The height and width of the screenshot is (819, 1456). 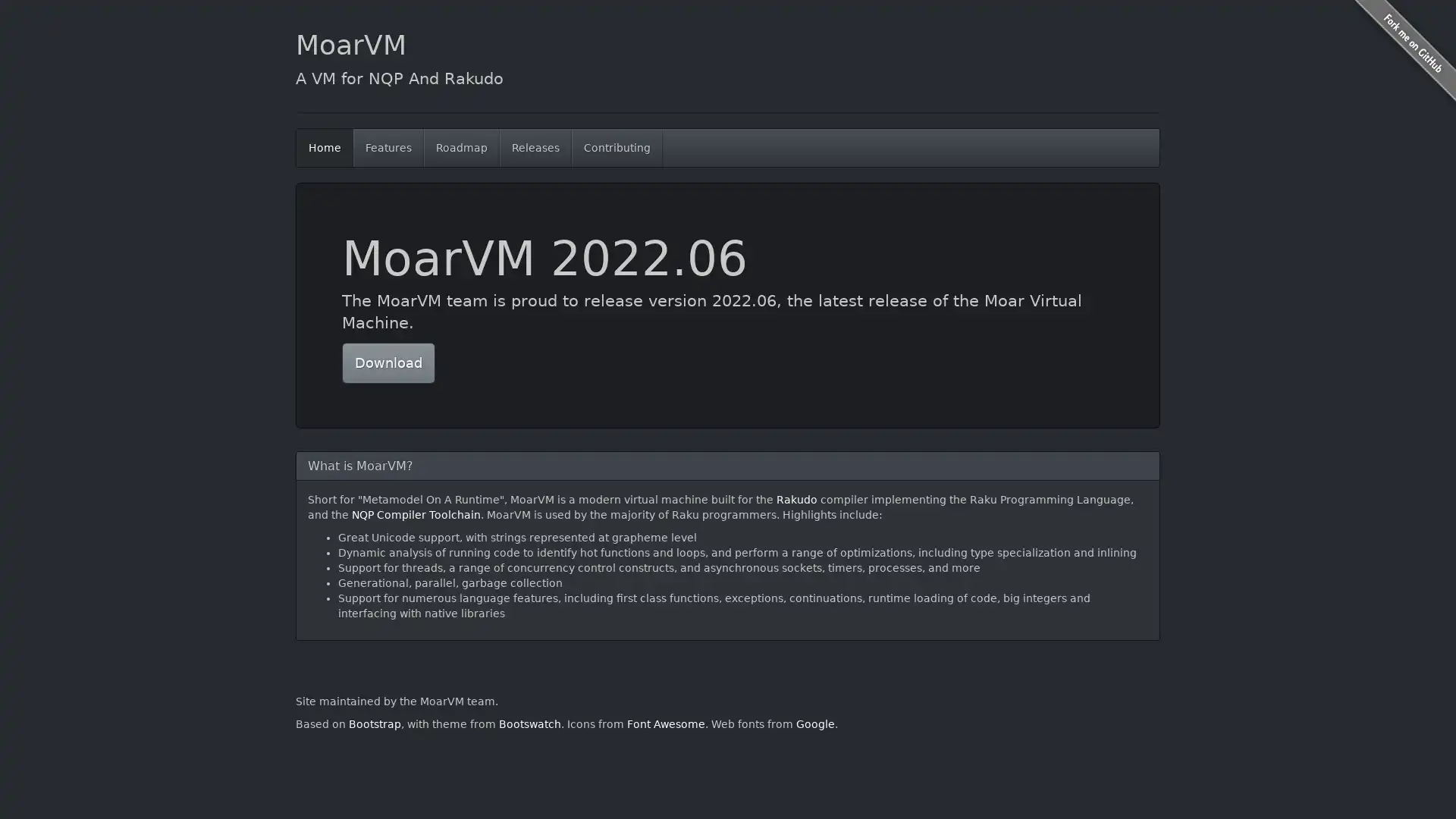 I want to click on Download, so click(x=388, y=362).